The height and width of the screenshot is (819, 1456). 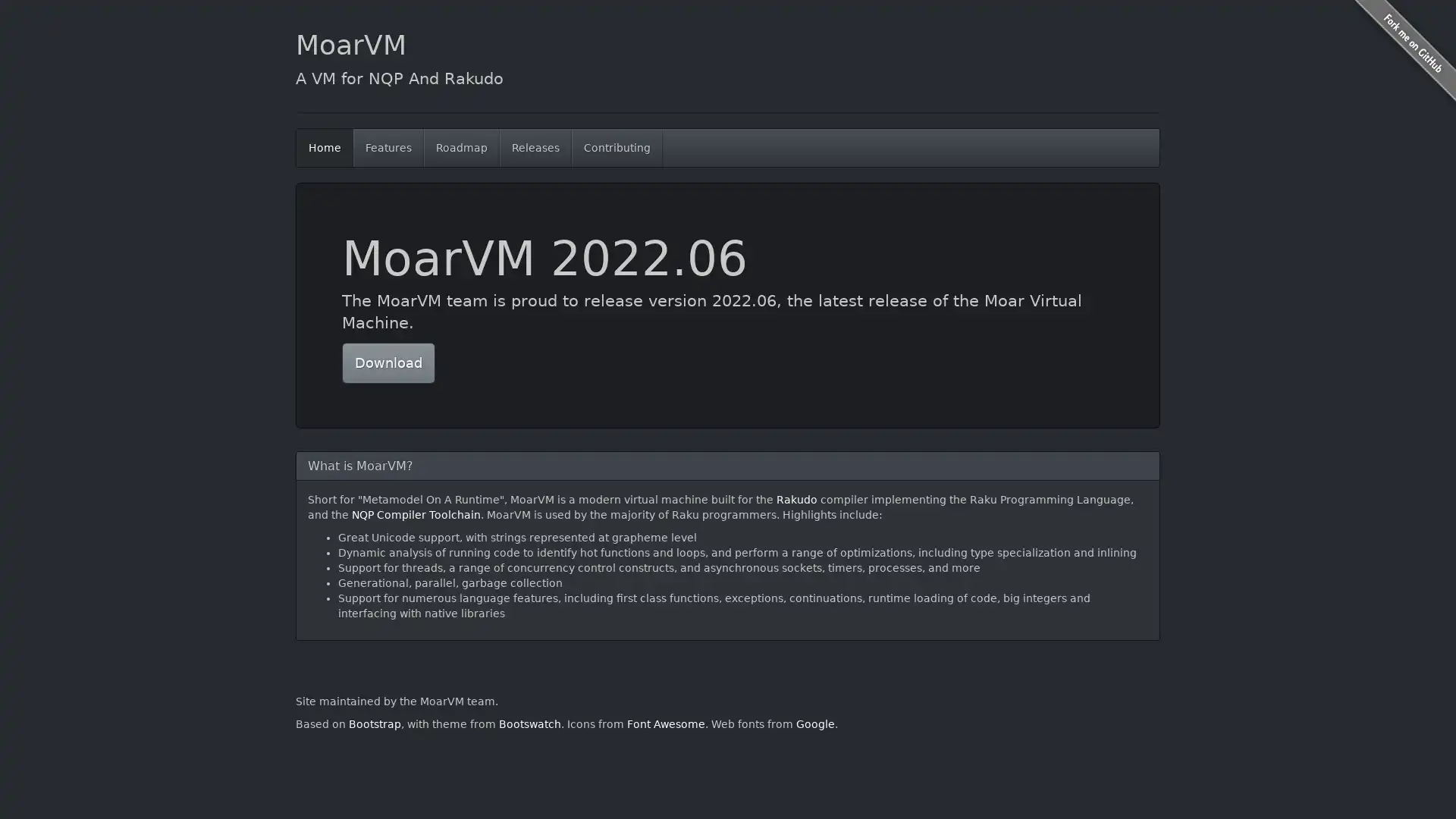 I want to click on Download, so click(x=388, y=362).